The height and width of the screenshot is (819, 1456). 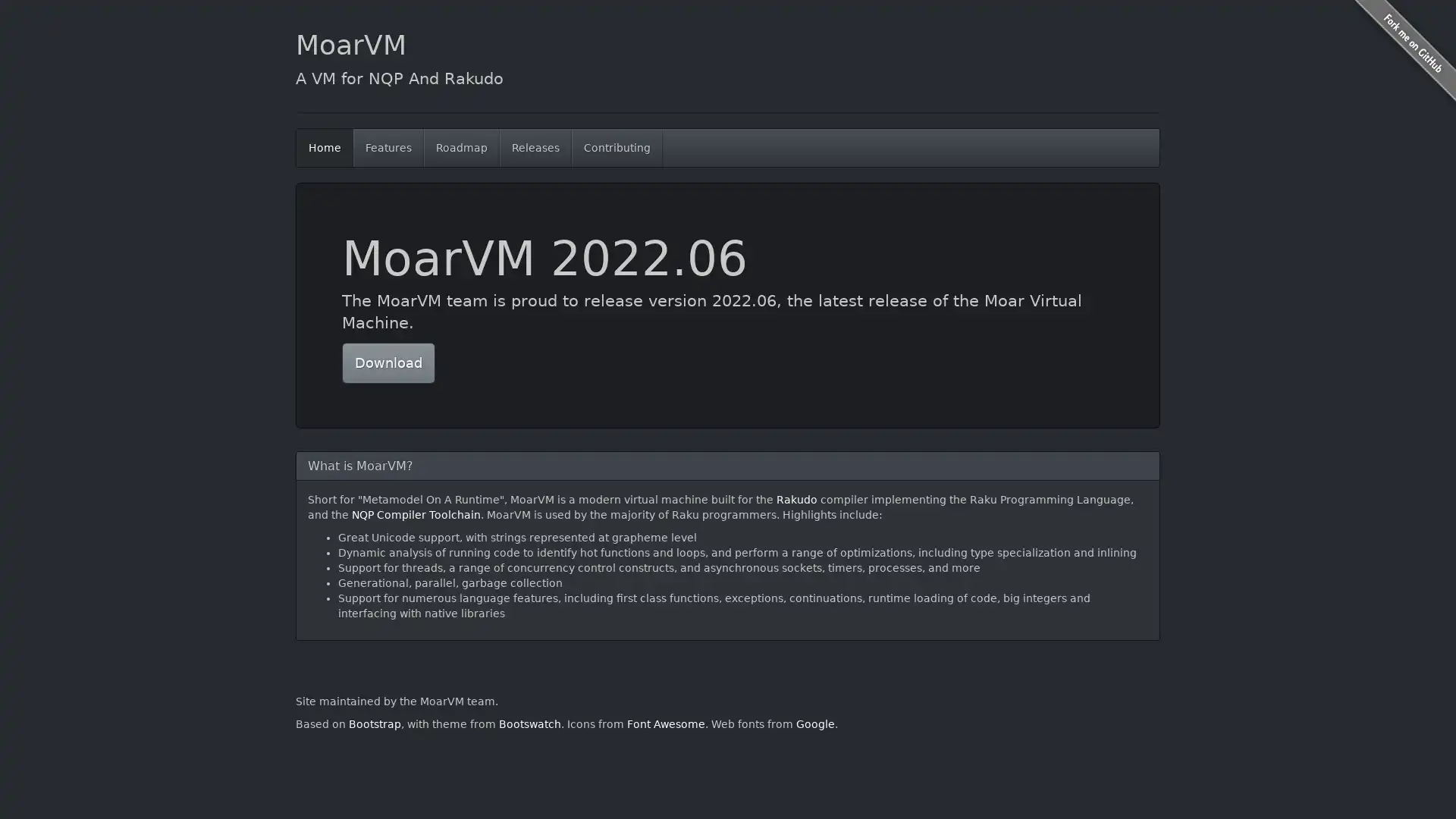 I want to click on Download, so click(x=388, y=362).